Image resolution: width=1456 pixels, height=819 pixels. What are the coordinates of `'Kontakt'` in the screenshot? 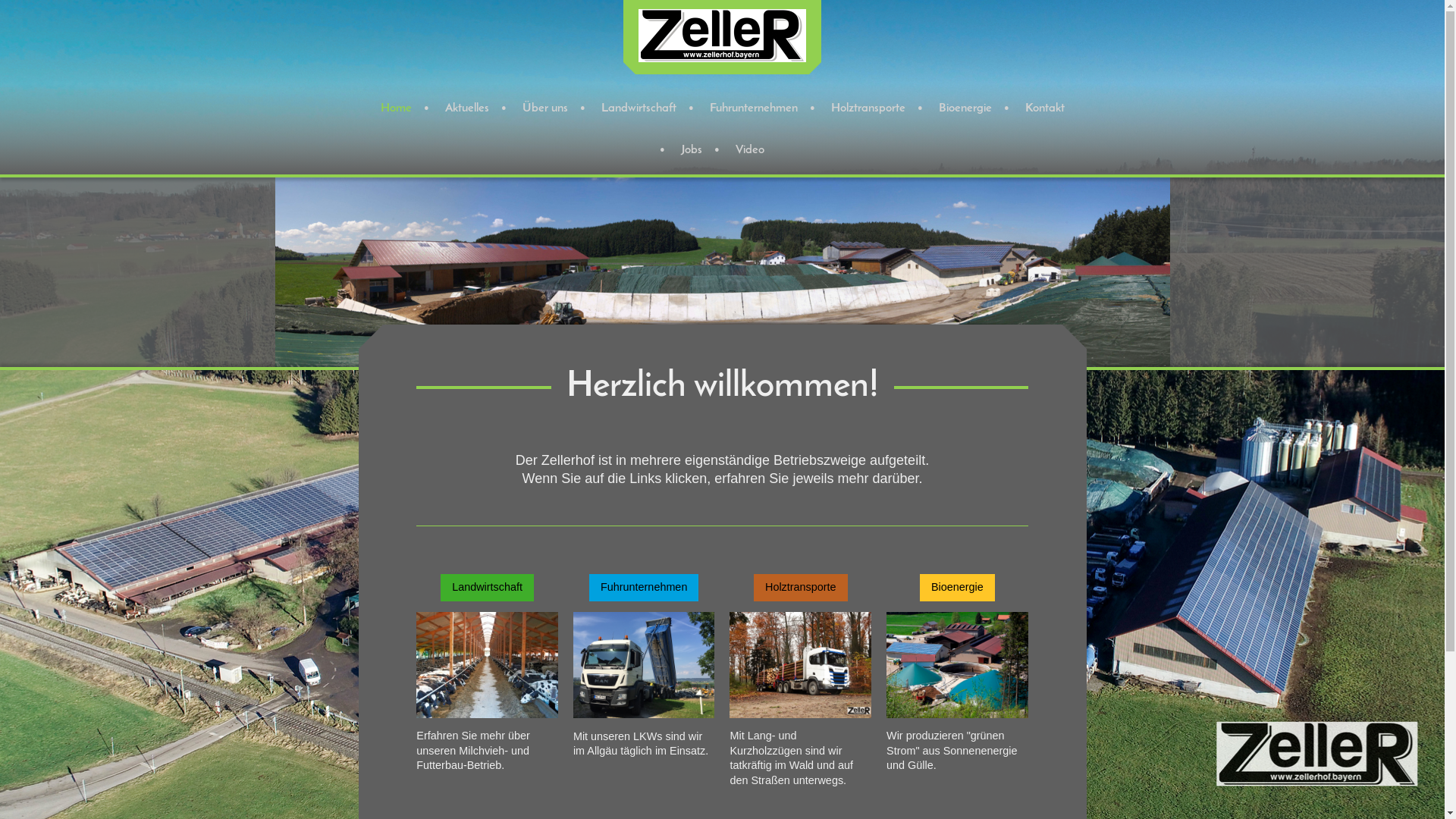 It's located at (1009, 108).